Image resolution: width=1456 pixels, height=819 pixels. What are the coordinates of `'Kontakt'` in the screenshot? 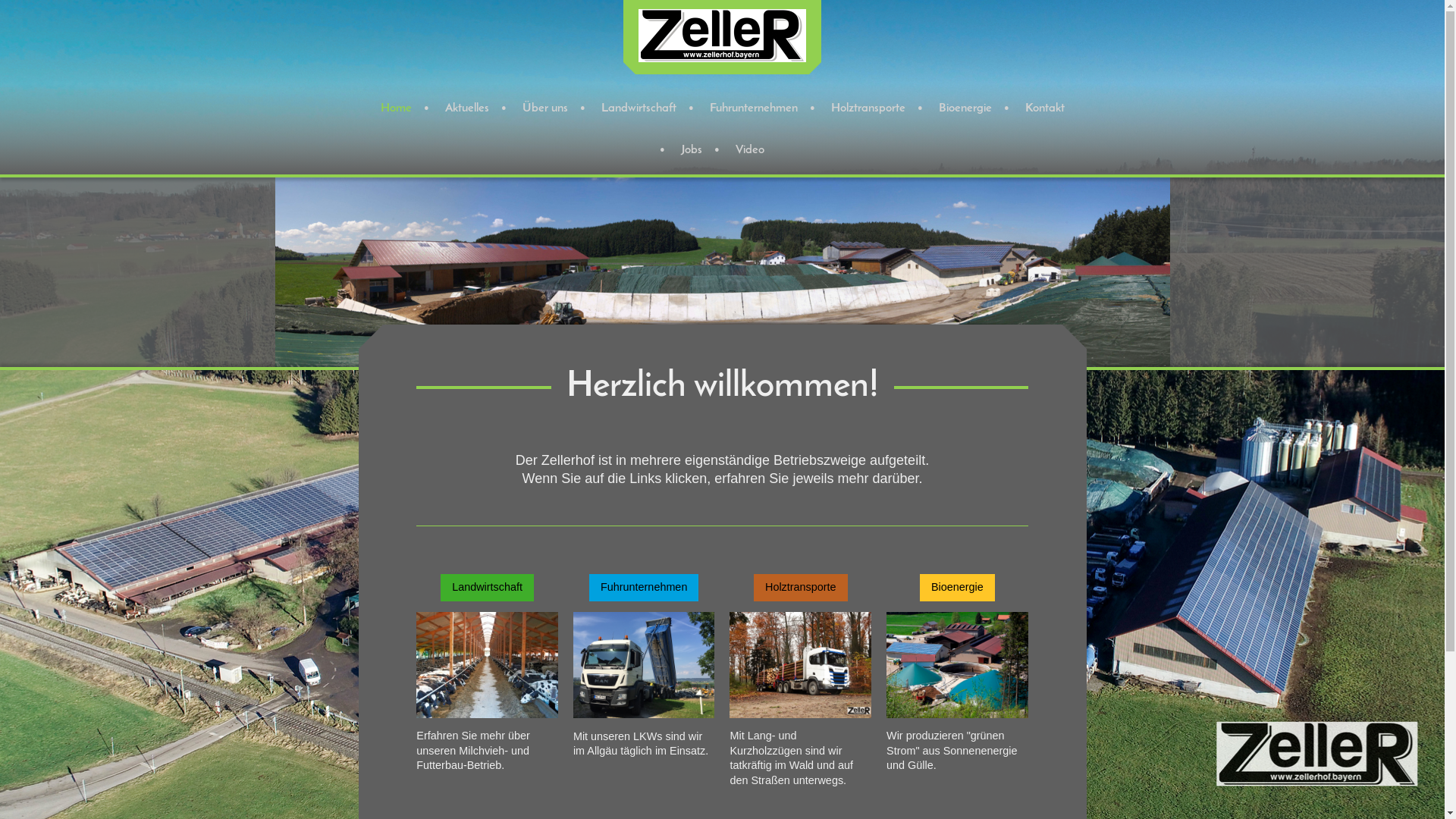 It's located at (1009, 108).